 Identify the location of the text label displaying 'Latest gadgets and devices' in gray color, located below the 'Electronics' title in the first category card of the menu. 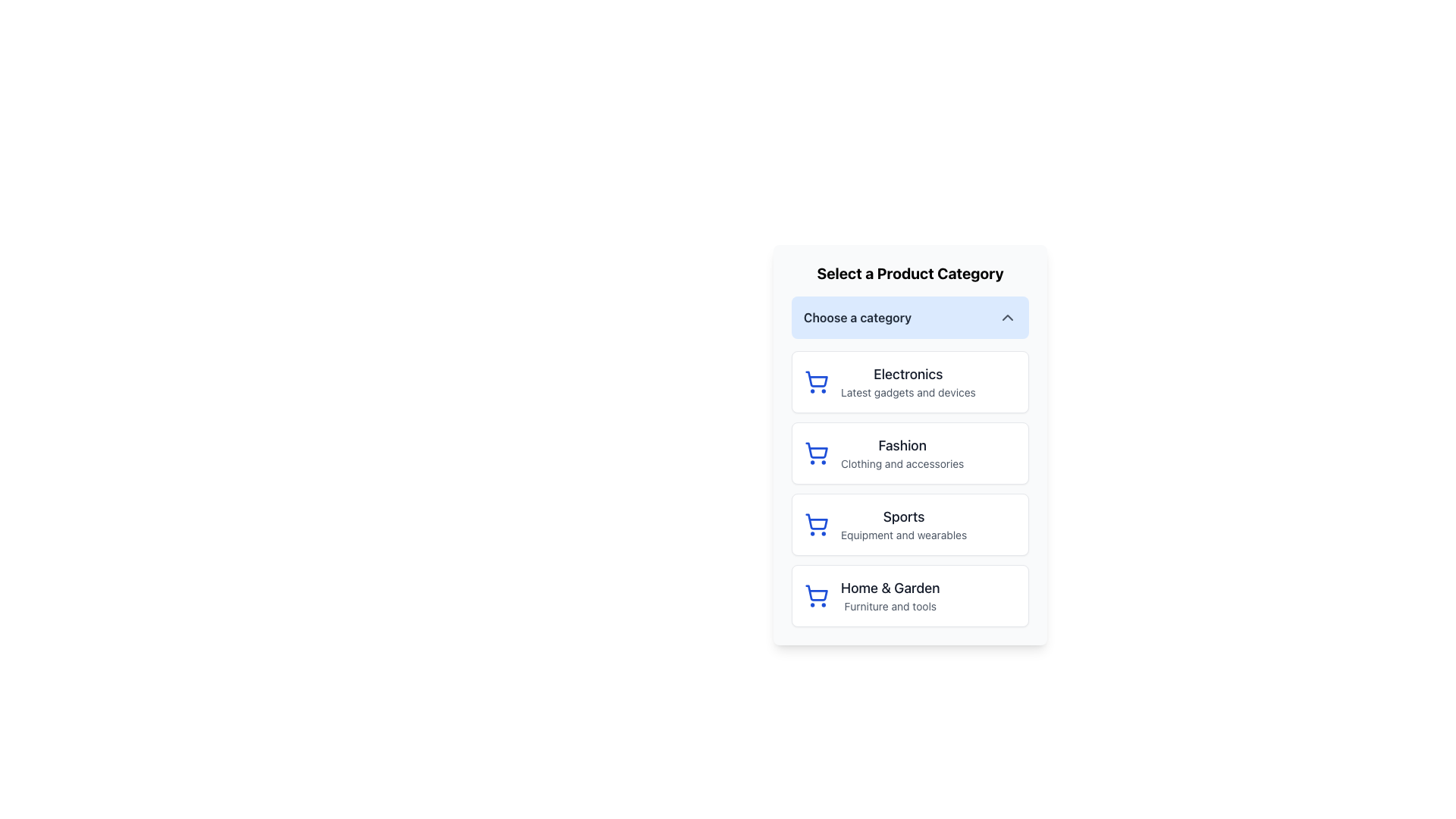
(908, 391).